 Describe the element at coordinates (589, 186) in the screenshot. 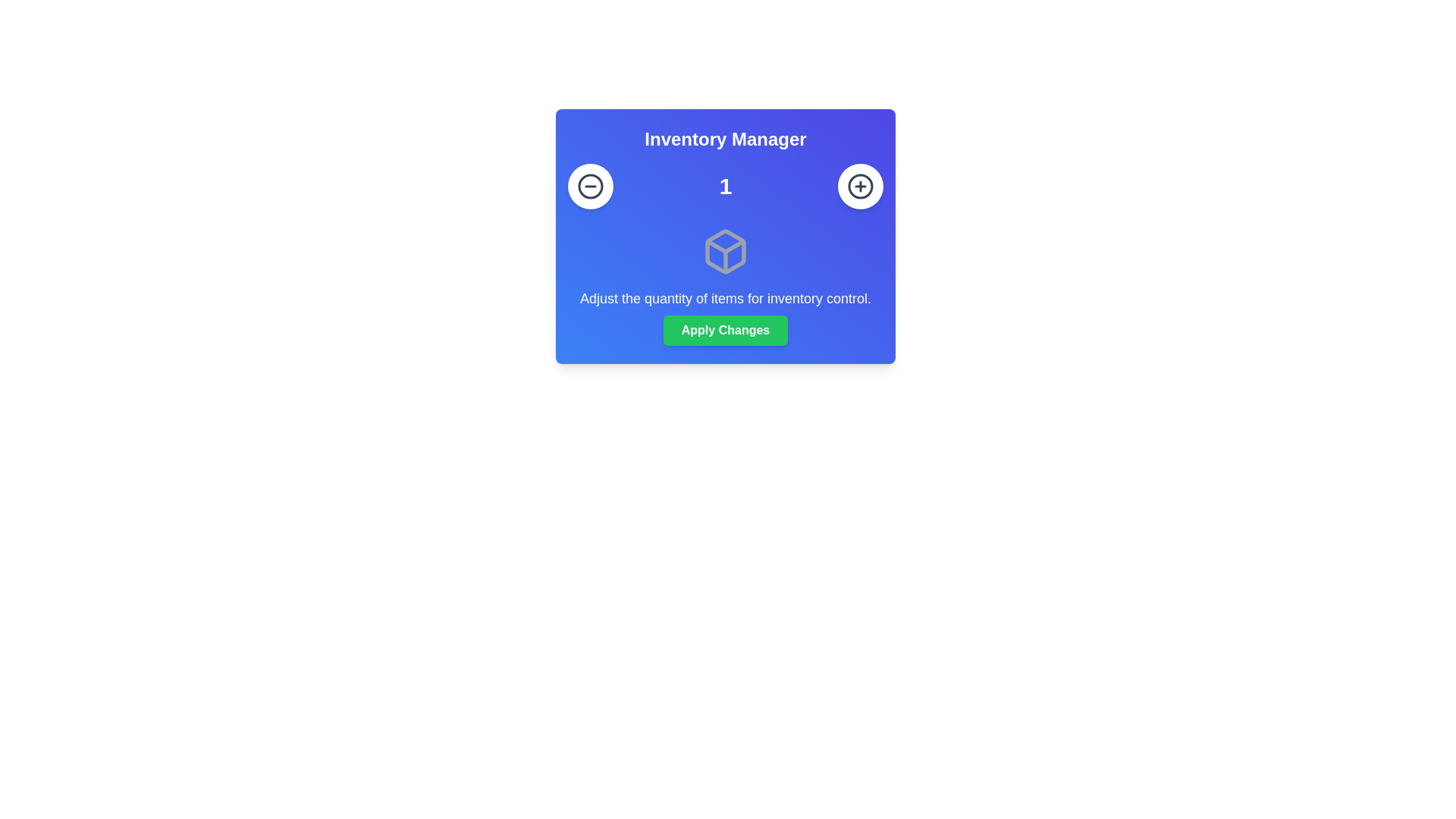

I see `the circle with a minus sign on the left side of the control interface` at that location.